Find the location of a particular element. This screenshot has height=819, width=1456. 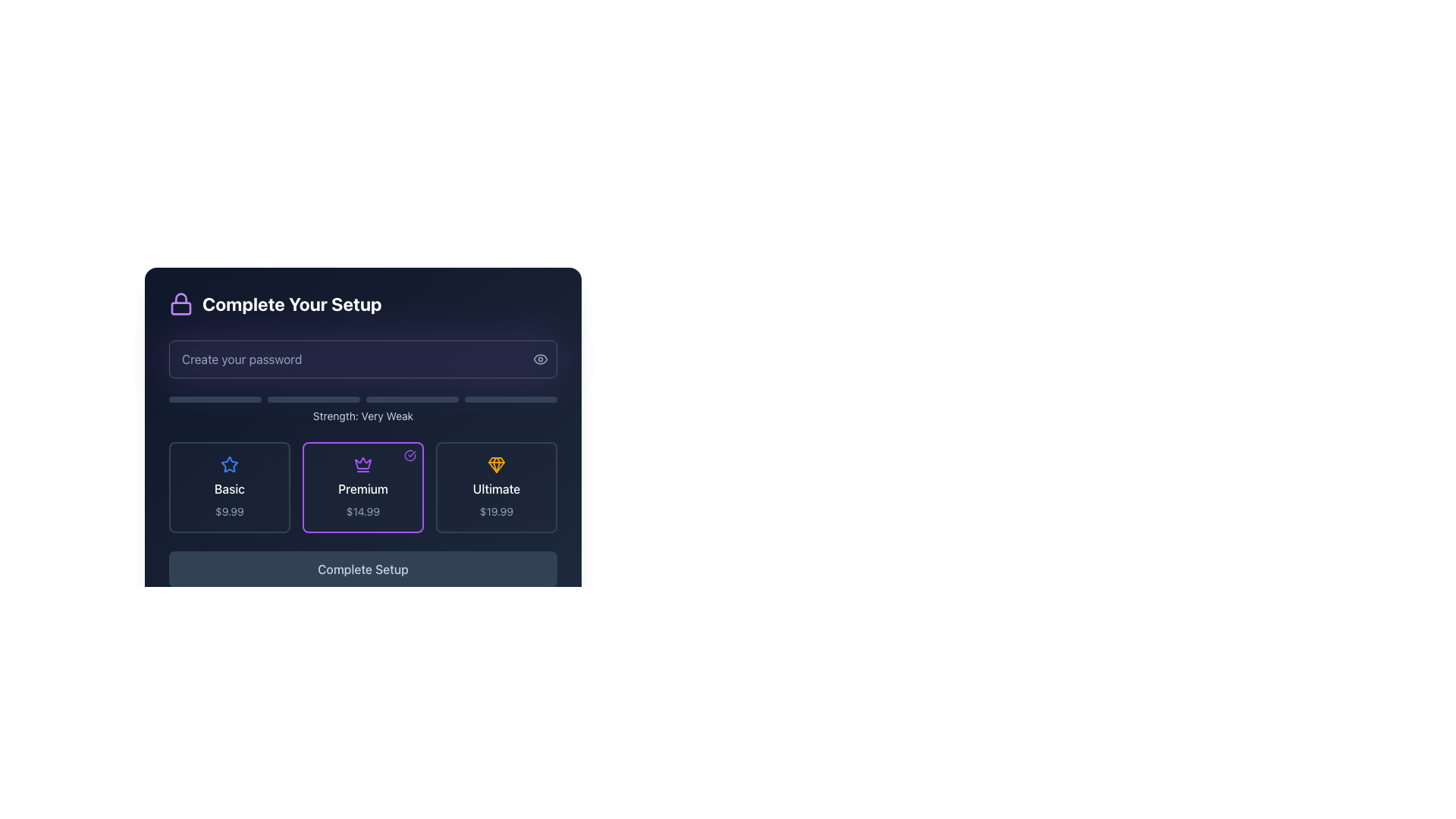

the decorative icon representing the 'Ultimate' subscription tier, located above the 'Ultimate' label and '$19.99' price is located at coordinates (496, 464).